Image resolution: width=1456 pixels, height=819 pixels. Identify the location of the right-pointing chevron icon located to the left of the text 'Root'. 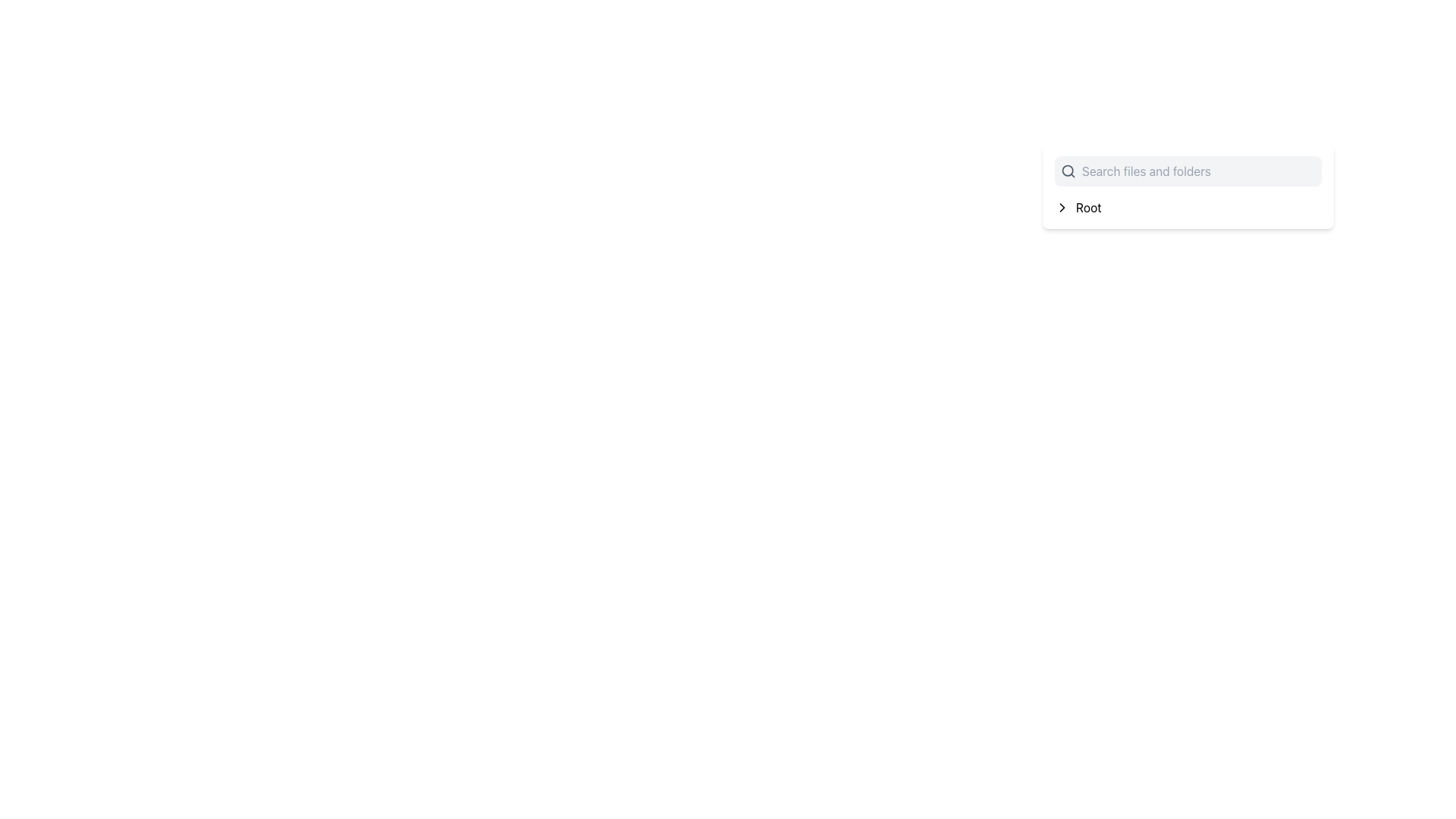
(1062, 207).